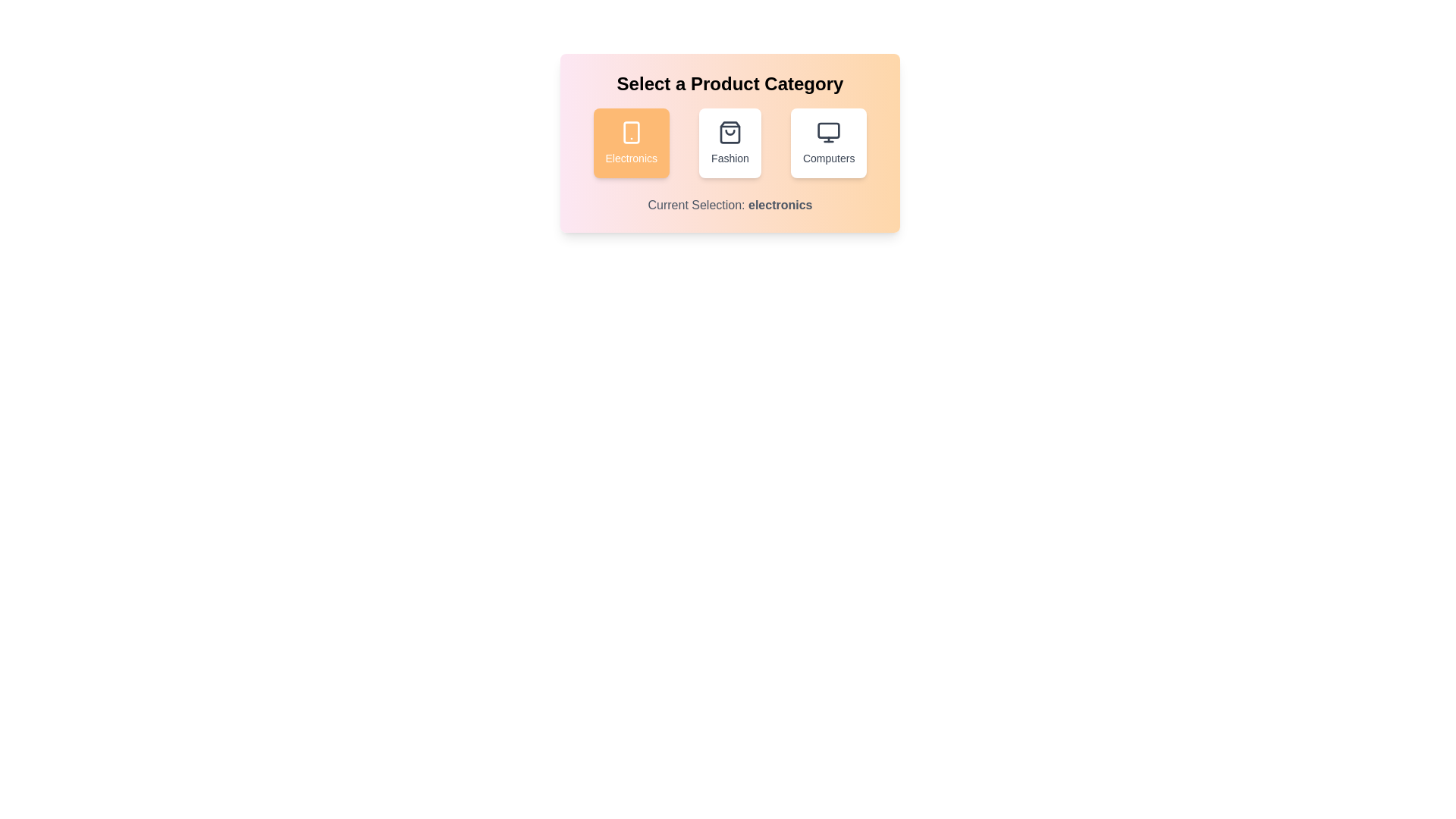 The height and width of the screenshot is (819, 1456). Describe the element at coordinates (631, 143) in the screenshot. I see `the 'Electronics' button to select the Electronics category` at that location.